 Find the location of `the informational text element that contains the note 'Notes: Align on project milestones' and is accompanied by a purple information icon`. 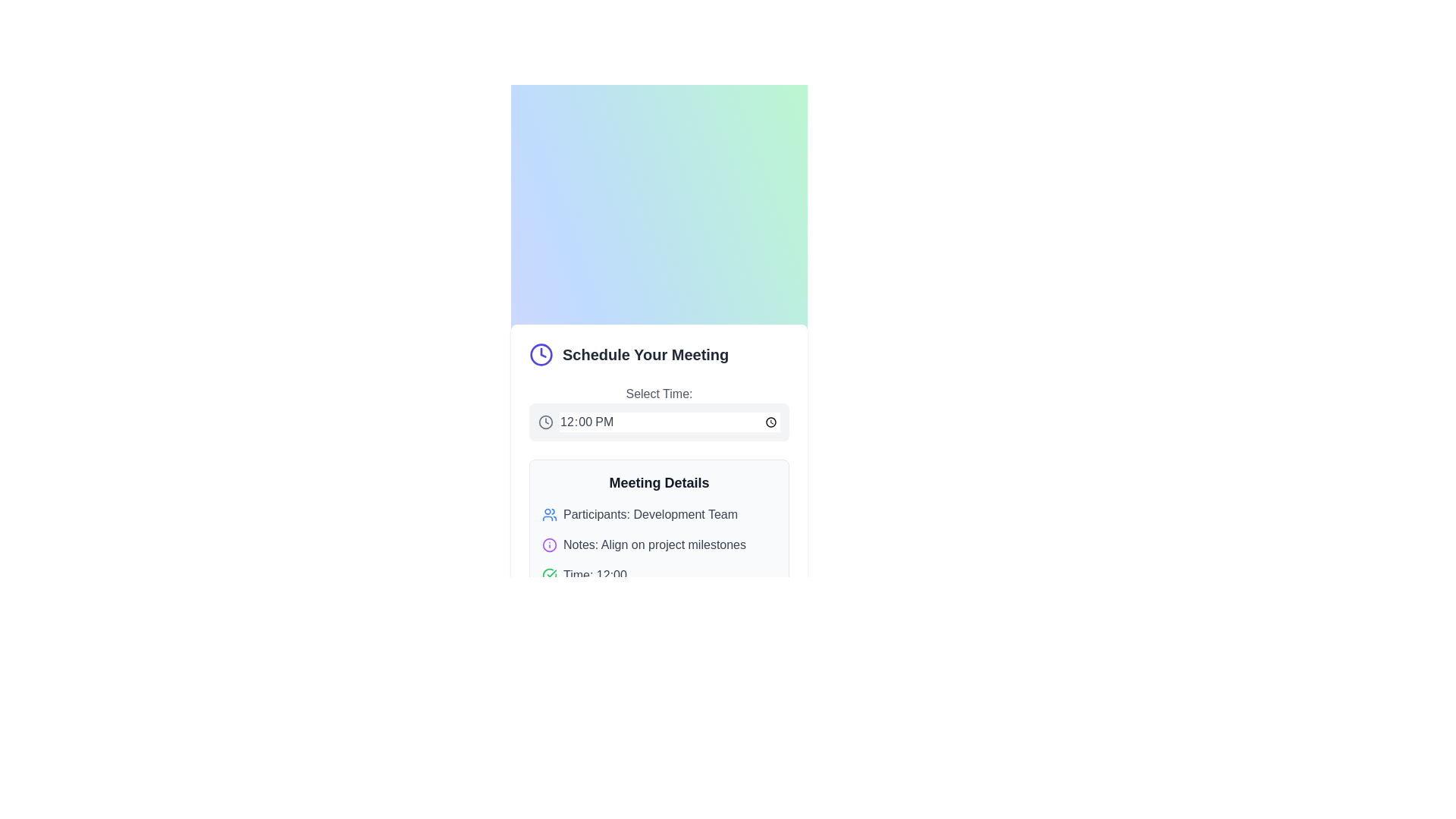

the informational text element that contains the note 'Notes: Align on project milestones' and is accompanied by a purple information icon is located at coordinates (659, 544).